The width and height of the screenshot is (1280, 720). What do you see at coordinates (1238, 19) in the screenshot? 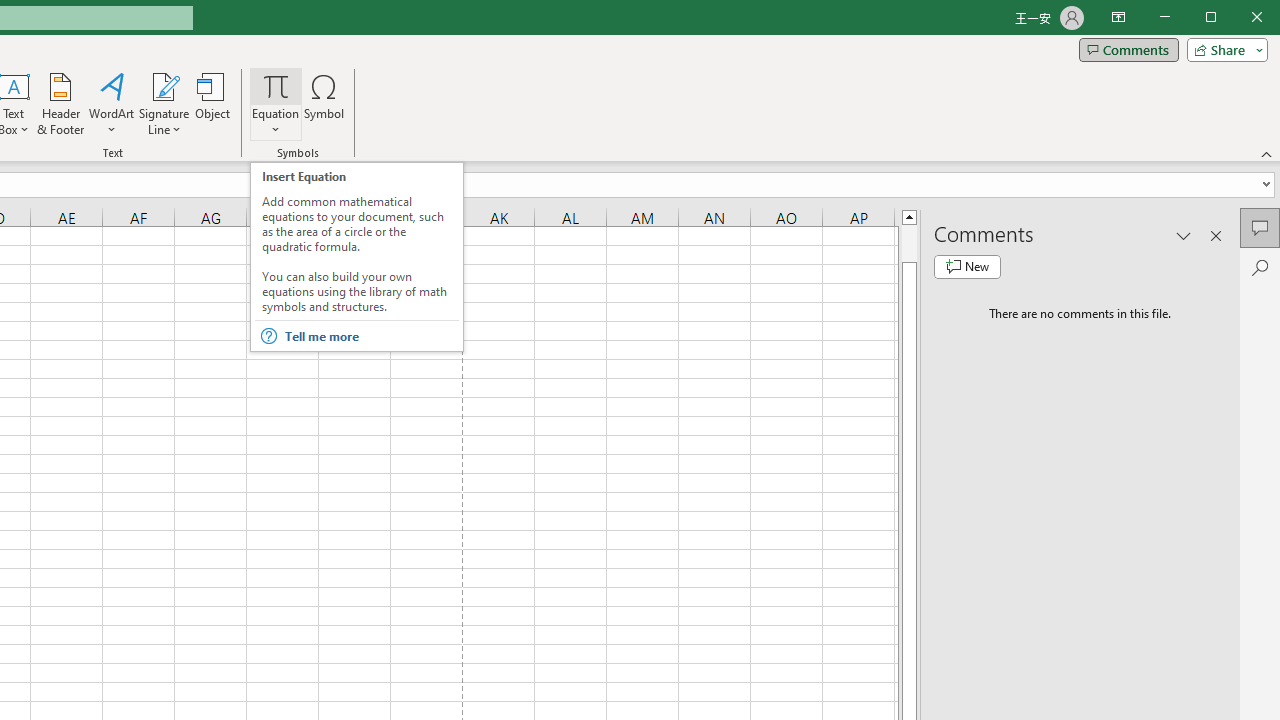
I see `'Maximize'` at bounding box center [1238, 19].